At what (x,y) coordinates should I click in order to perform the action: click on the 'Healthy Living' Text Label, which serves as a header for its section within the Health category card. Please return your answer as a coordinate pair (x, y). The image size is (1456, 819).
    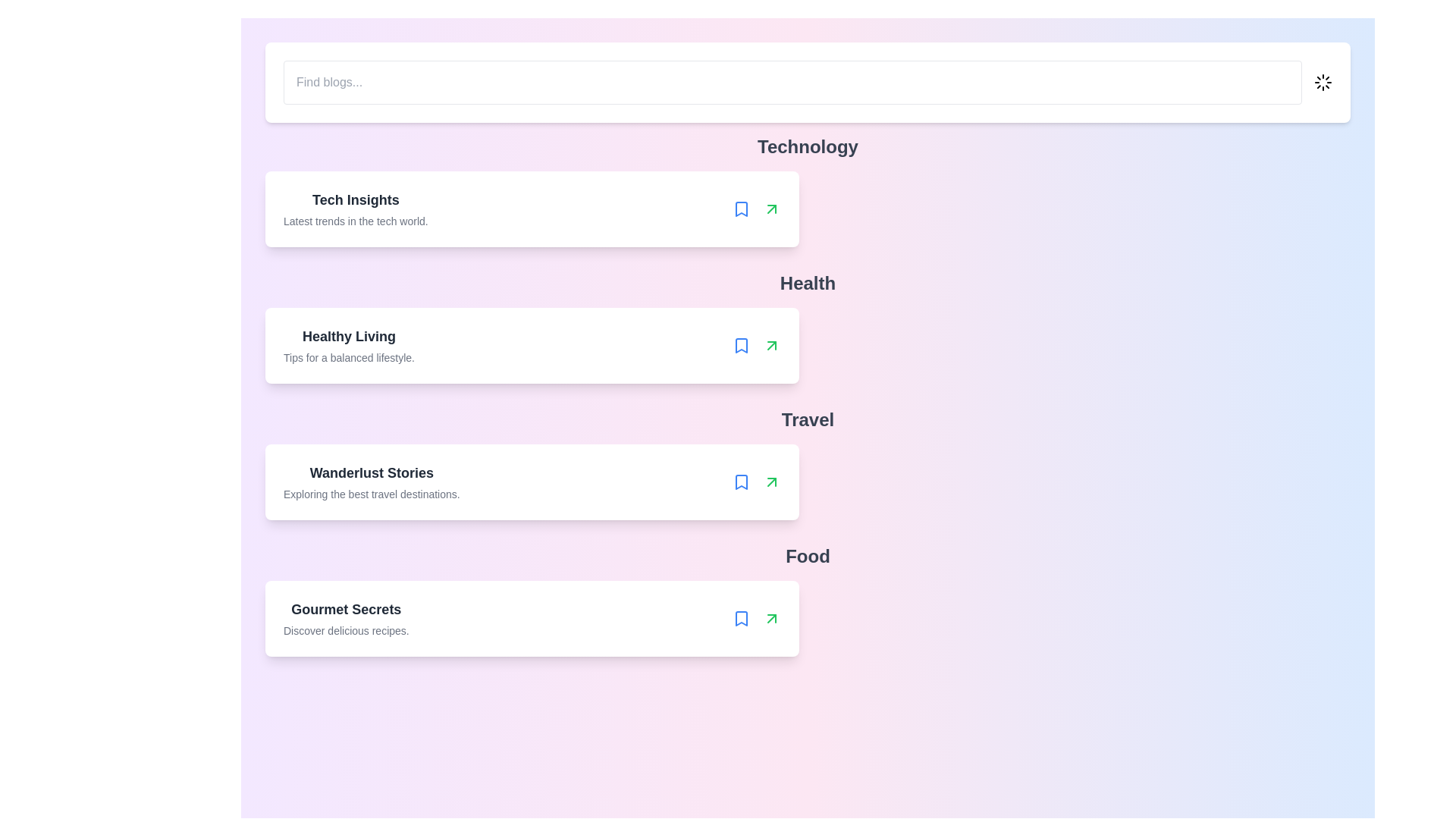
    Looking at the image, I should click on (348, 335).